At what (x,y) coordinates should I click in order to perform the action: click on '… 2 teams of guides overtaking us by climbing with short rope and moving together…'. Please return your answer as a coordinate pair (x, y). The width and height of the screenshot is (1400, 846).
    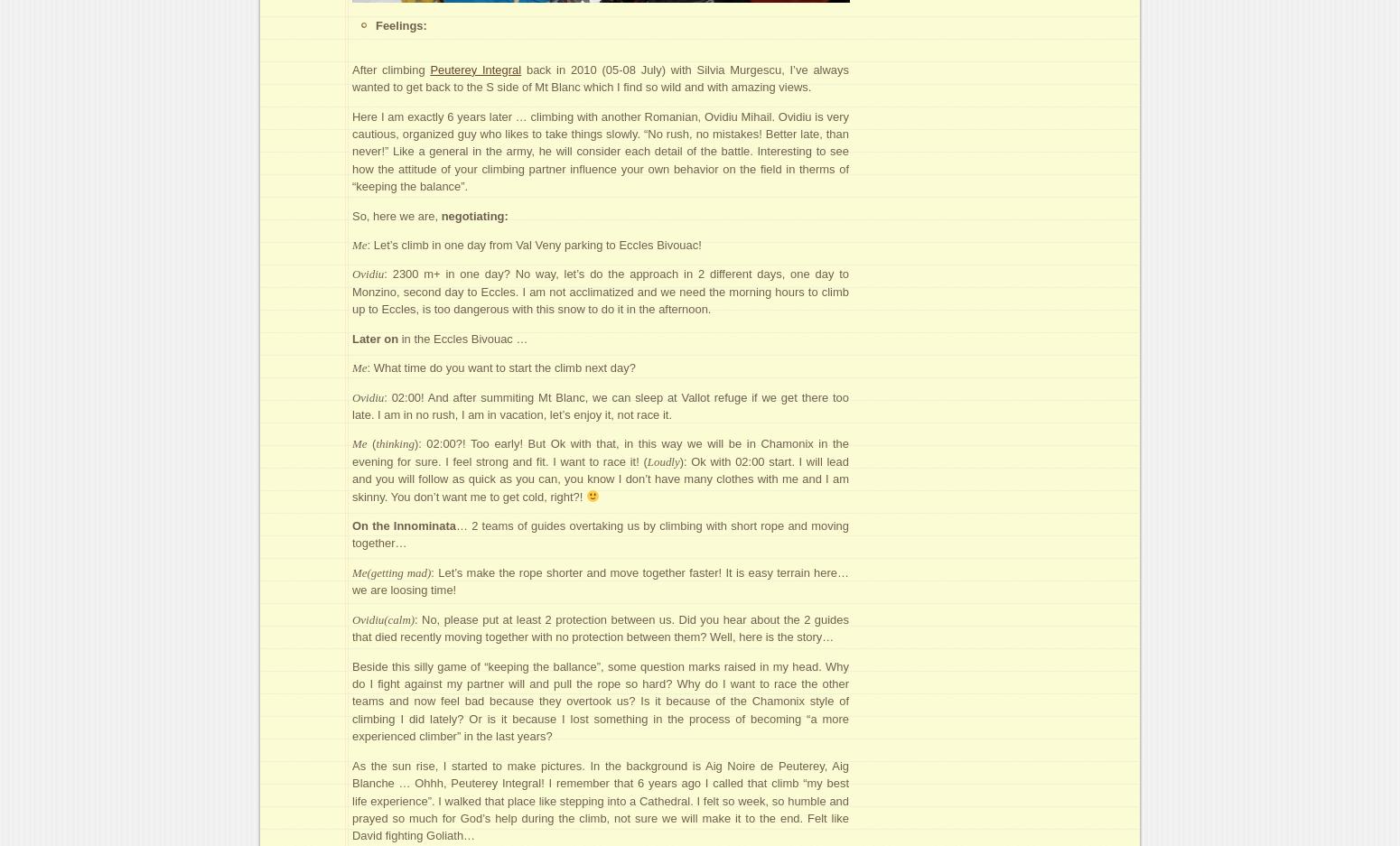
    Looking at the image, I should click on (351, 533).